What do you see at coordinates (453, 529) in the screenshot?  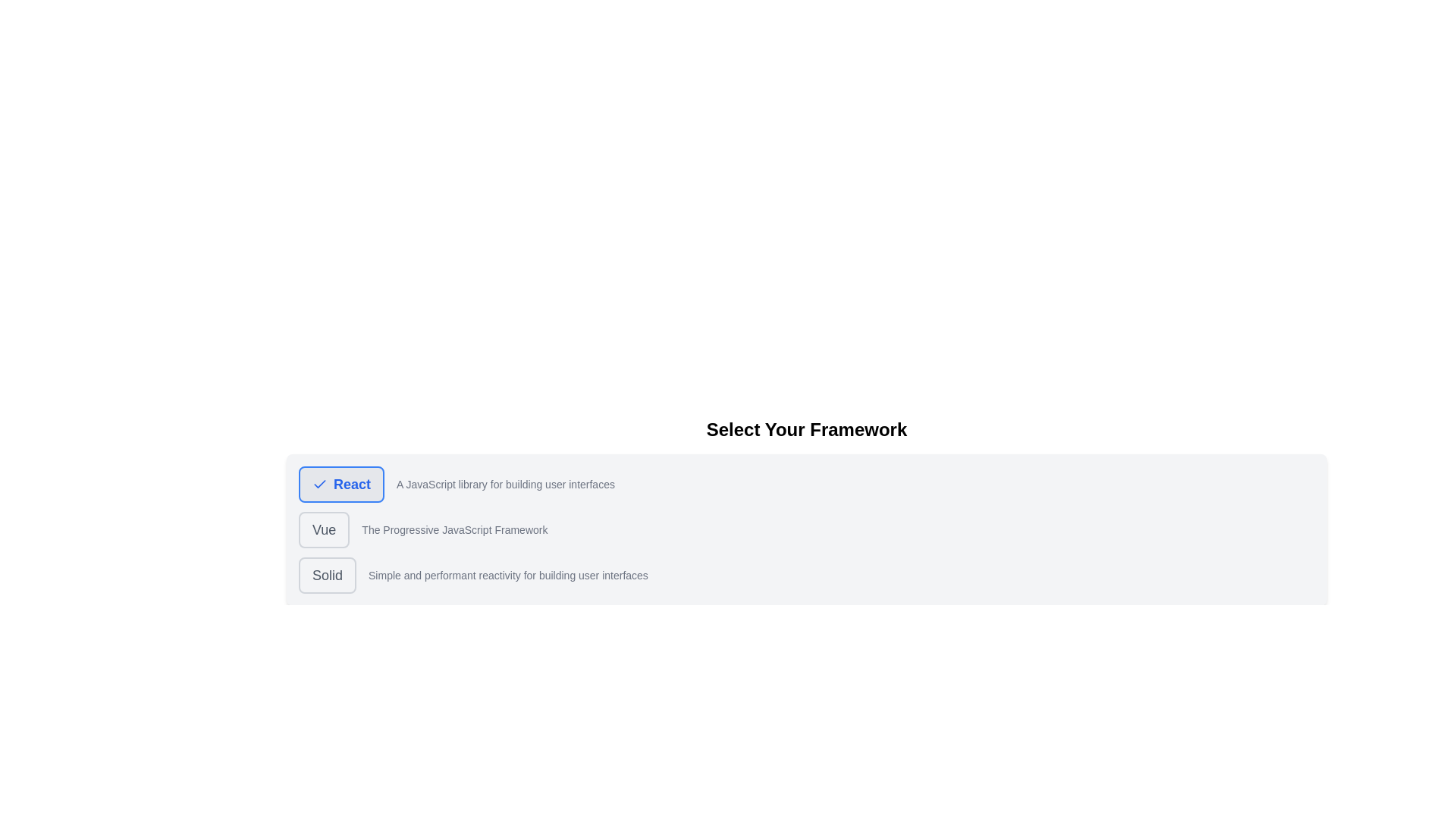 I see `text label displaying 'The Progressive JavaScript Framework', which is styled in a small gray font and is located near the 'Vue' button` at bounding box center [453, 529].